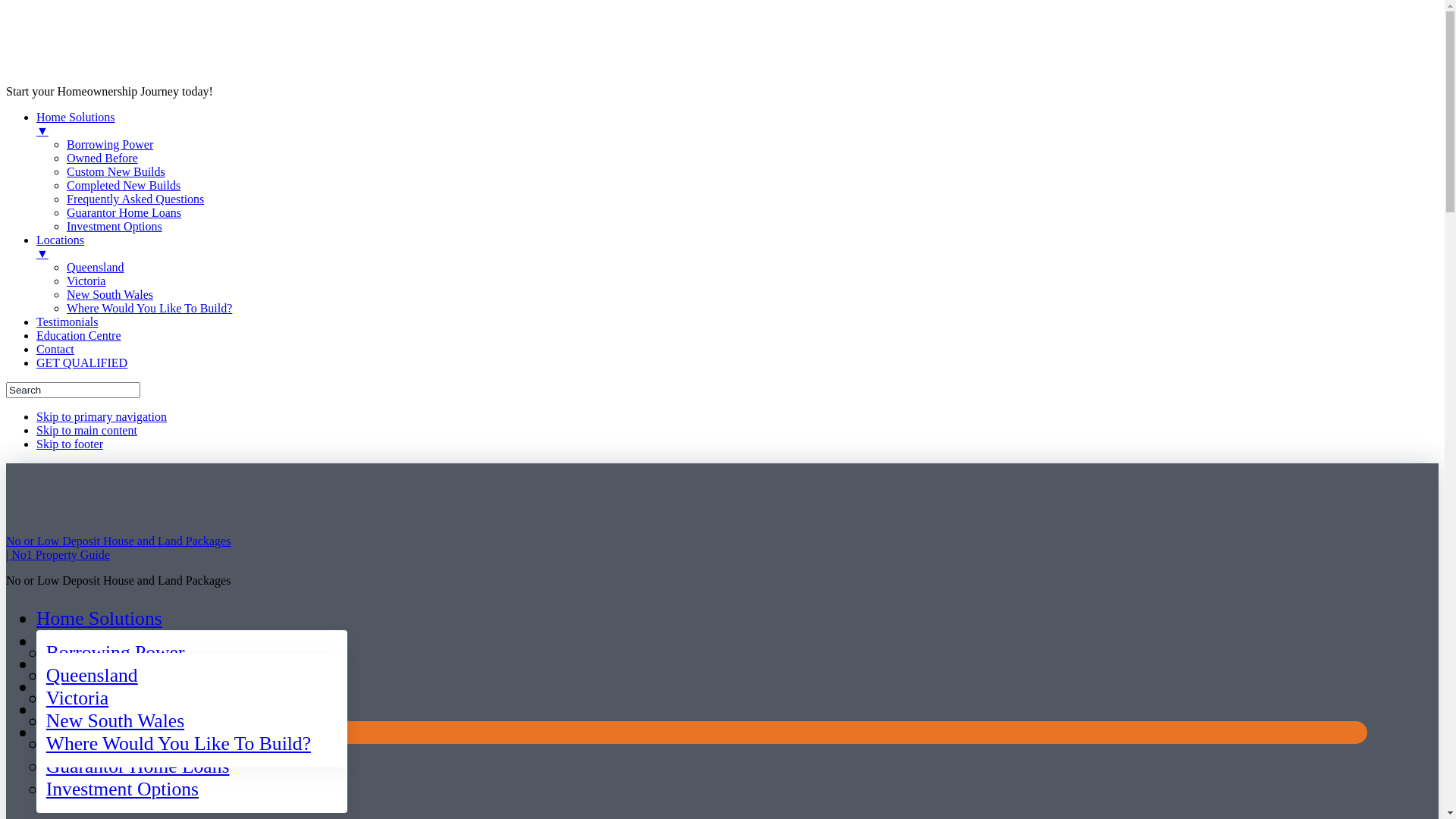  What do you see at coordinates (55, 349) in the screenshot?
I see `'Contact'` at bounding box center [55, 349].